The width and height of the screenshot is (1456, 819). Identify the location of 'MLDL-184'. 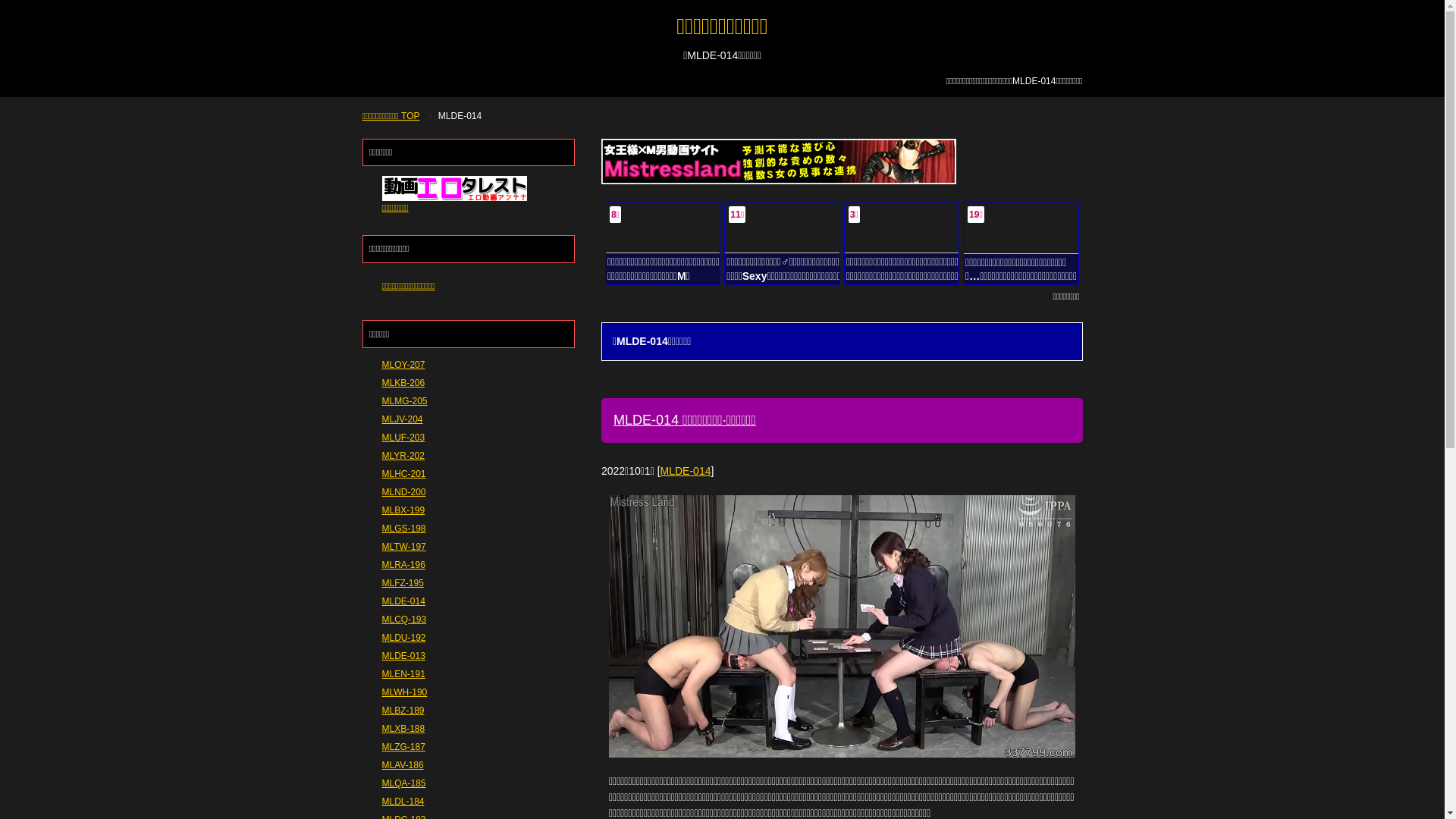
(403, 800).